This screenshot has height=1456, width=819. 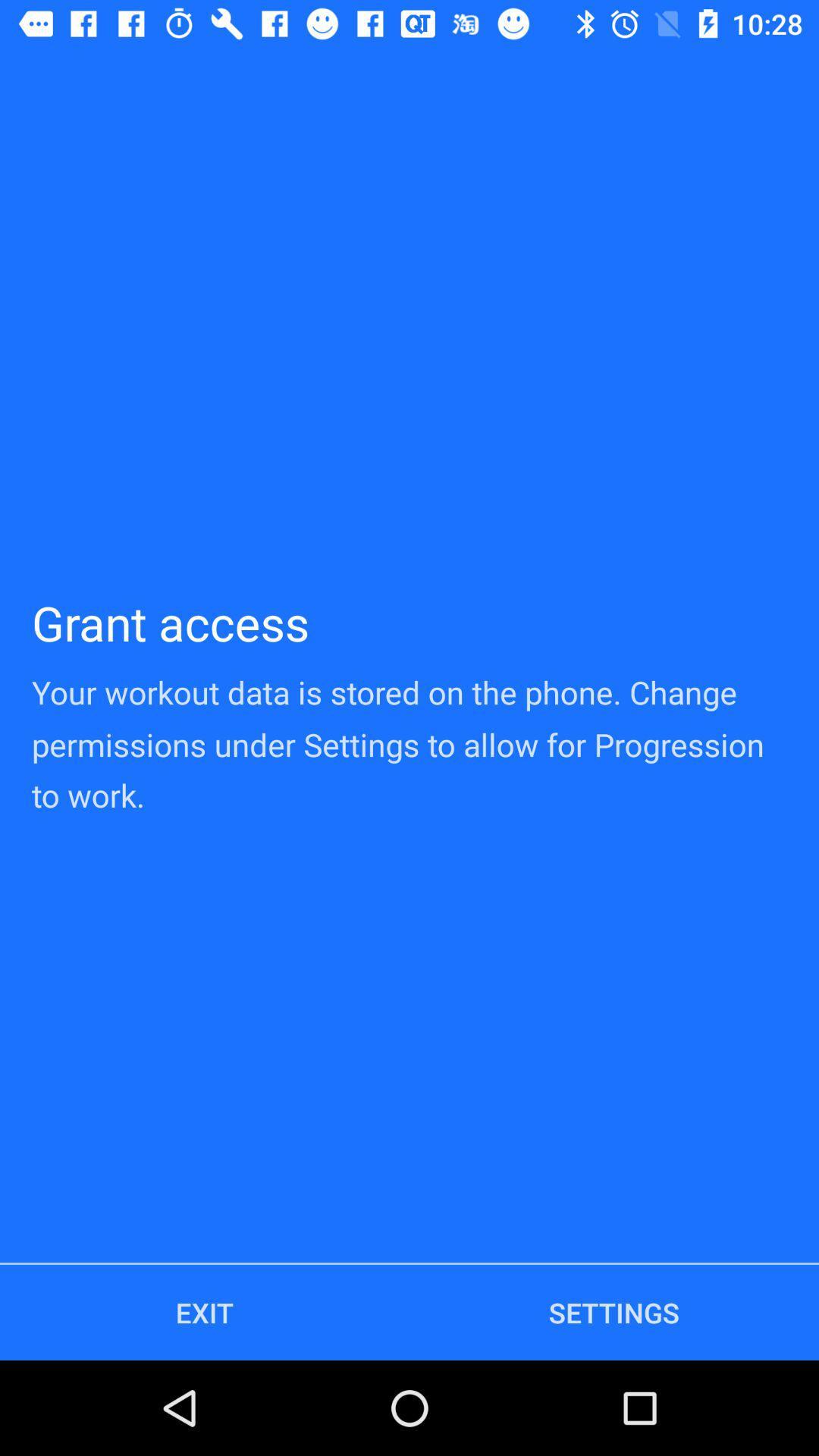 What do you see at coordinates (205, 1312) in the screenshot?
I see `exit icon` at bounding box center [205, 1312].